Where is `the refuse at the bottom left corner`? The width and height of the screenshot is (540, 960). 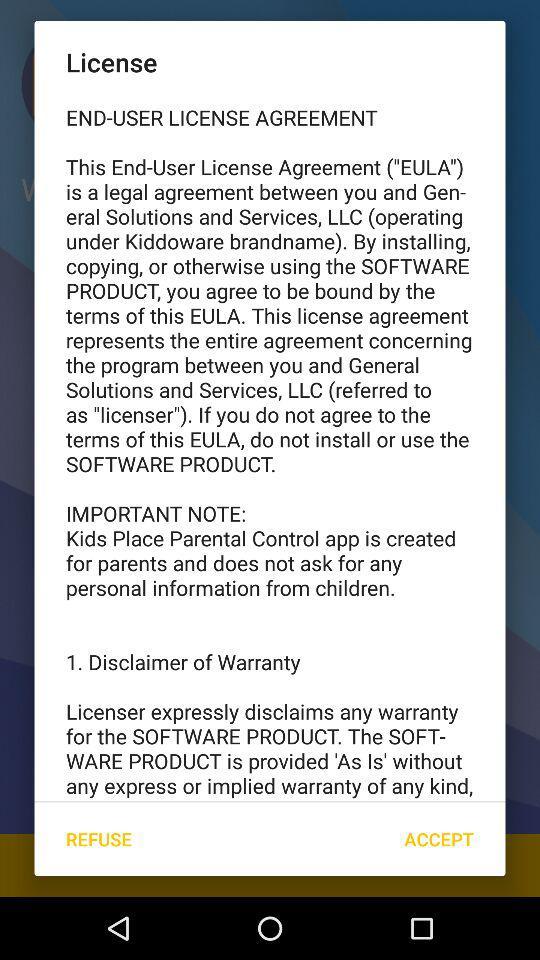 the refuse at the bottom left corner is located at coordinates (97, 839).